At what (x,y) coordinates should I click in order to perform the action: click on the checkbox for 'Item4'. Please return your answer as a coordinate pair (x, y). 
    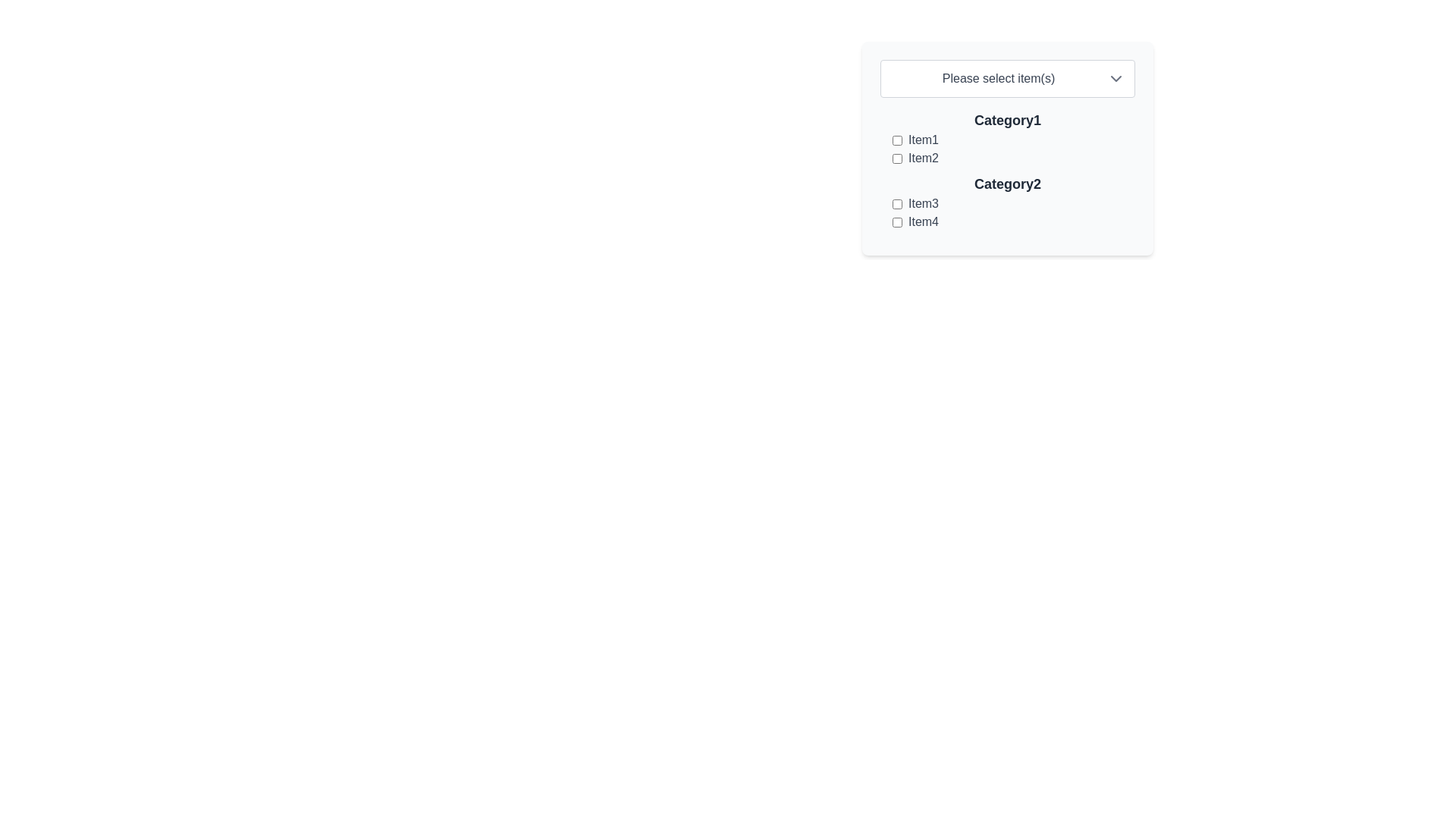
    Looking at the image, I should click on (897, 222).